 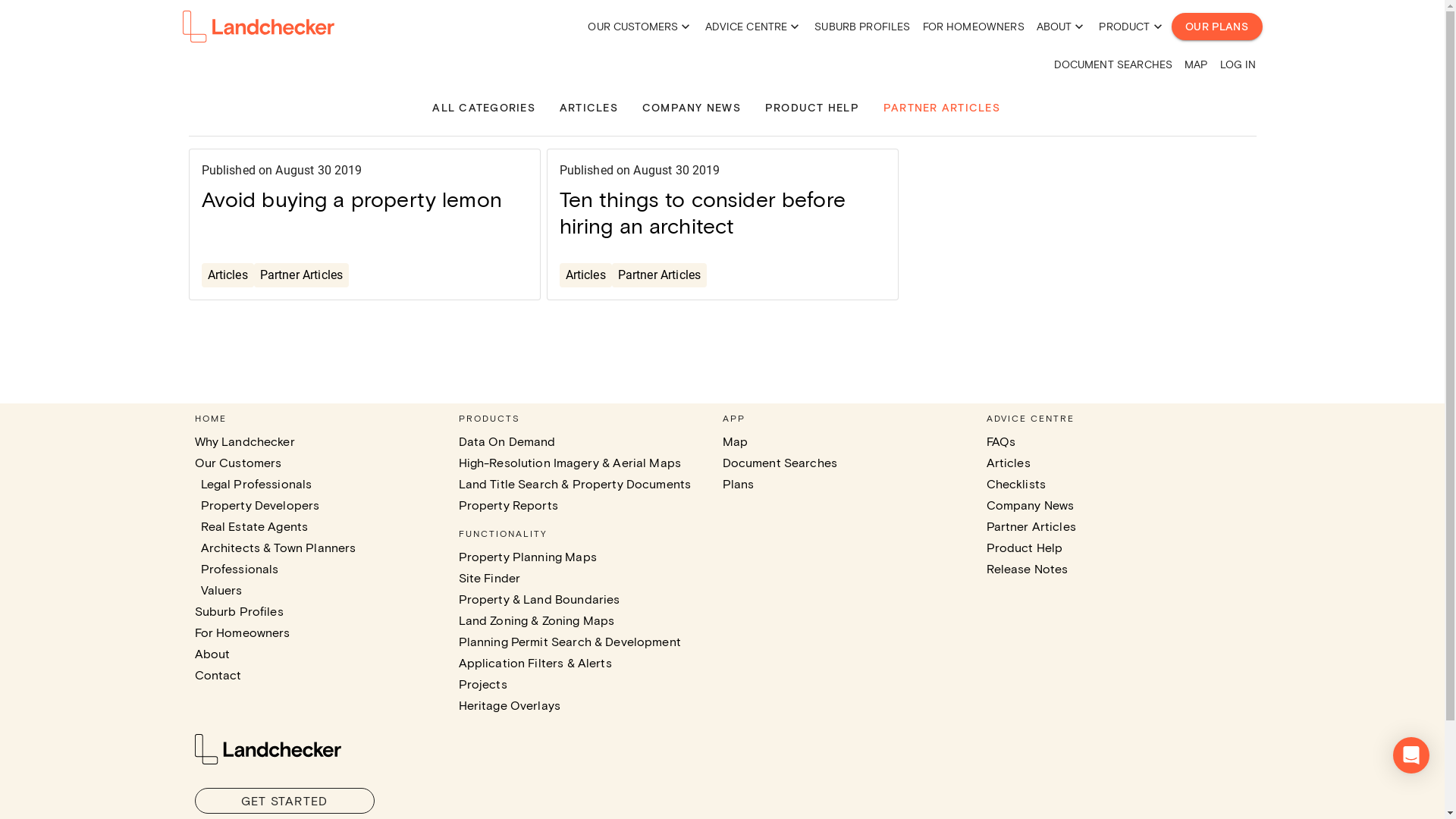 What do you see at coordinates (535, 620) in the screenshot?
I see `'Land Zoning & Zoning Maps'` at bounding box center [535, 620].